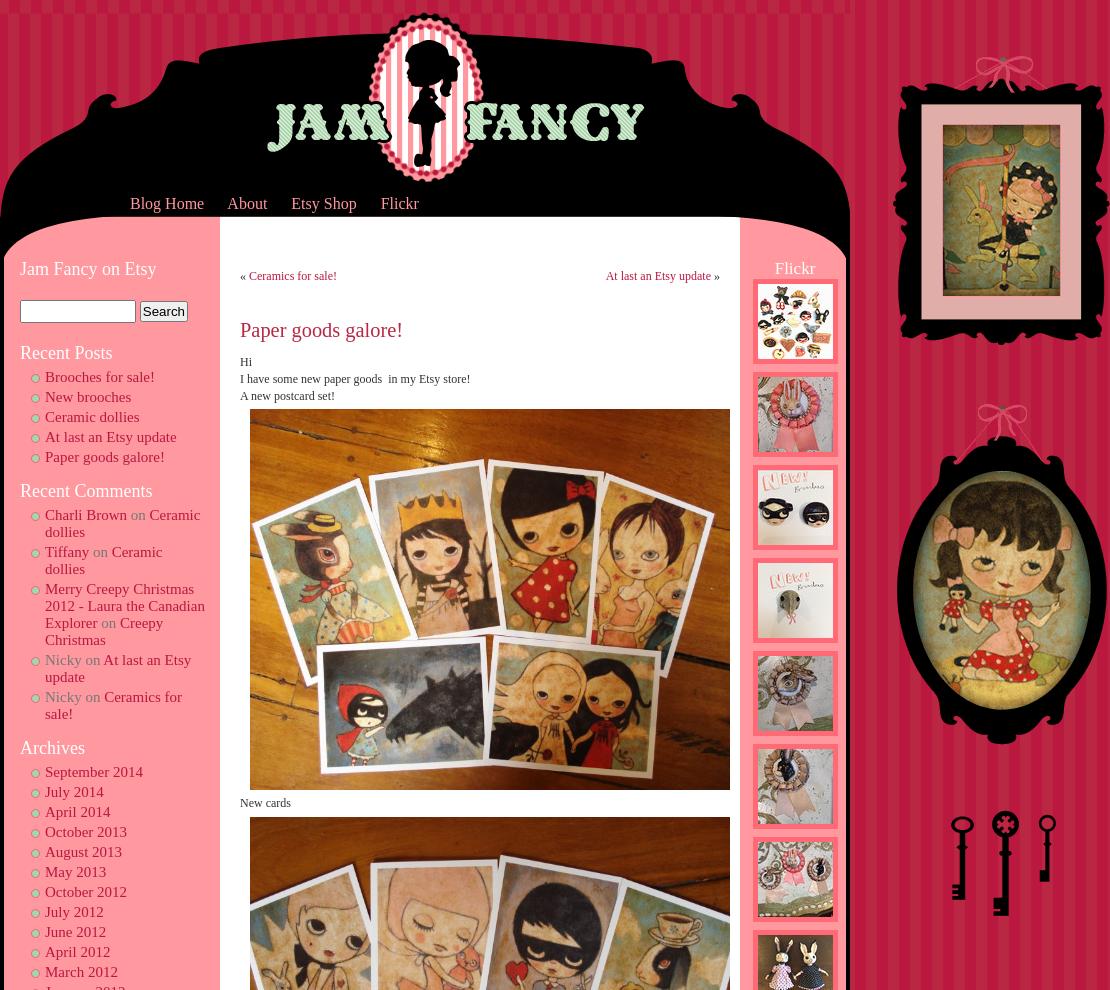 This screenshot has height=990, width=1110. What do you see at coordinates (73, 910) in the screenshot?
I see `'July 2012'` at bounding box center [73, 910].